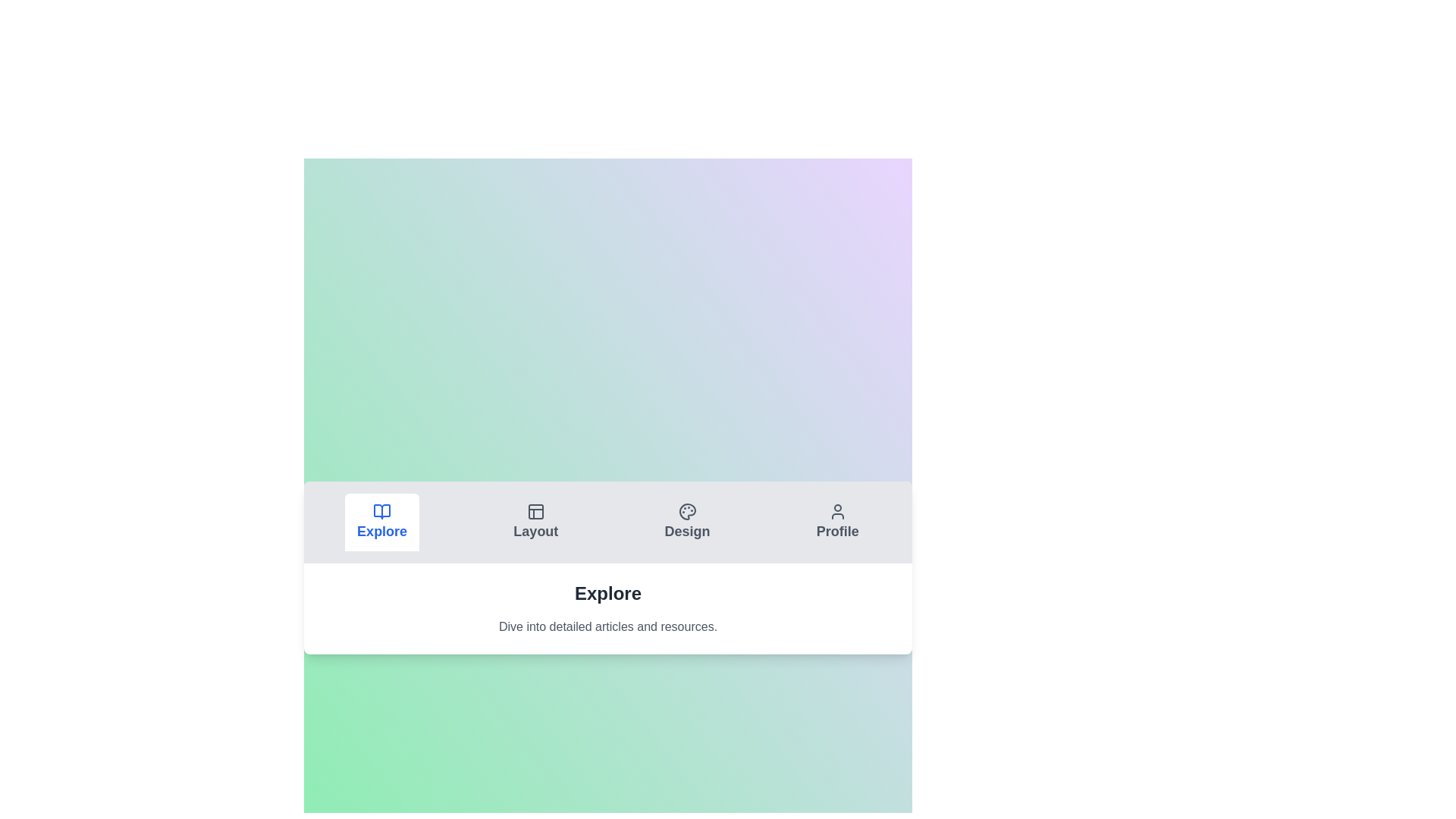 This screenshot has width=1456, height=819. I want to click on the Explore tab by clicking on it, so click(382, 522).